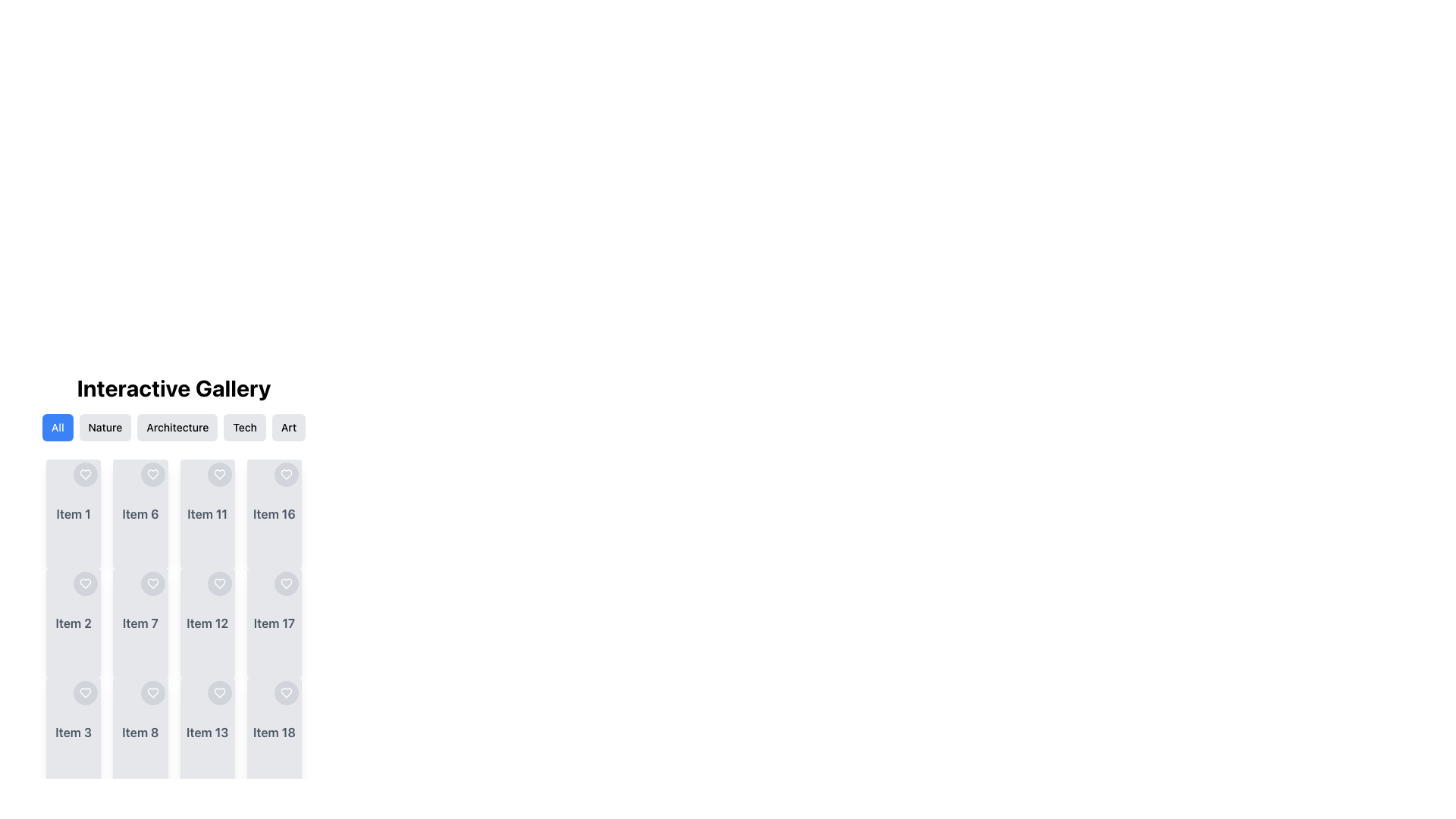 This screenshot has height=819, width=1456. What do you see at coordinates (174, 388) in the screenshot?
I see `text of the heading labeled 'Interactive Gallery', which serves as the title for the section and provides context to the content below` at bounding box center [174, 388].